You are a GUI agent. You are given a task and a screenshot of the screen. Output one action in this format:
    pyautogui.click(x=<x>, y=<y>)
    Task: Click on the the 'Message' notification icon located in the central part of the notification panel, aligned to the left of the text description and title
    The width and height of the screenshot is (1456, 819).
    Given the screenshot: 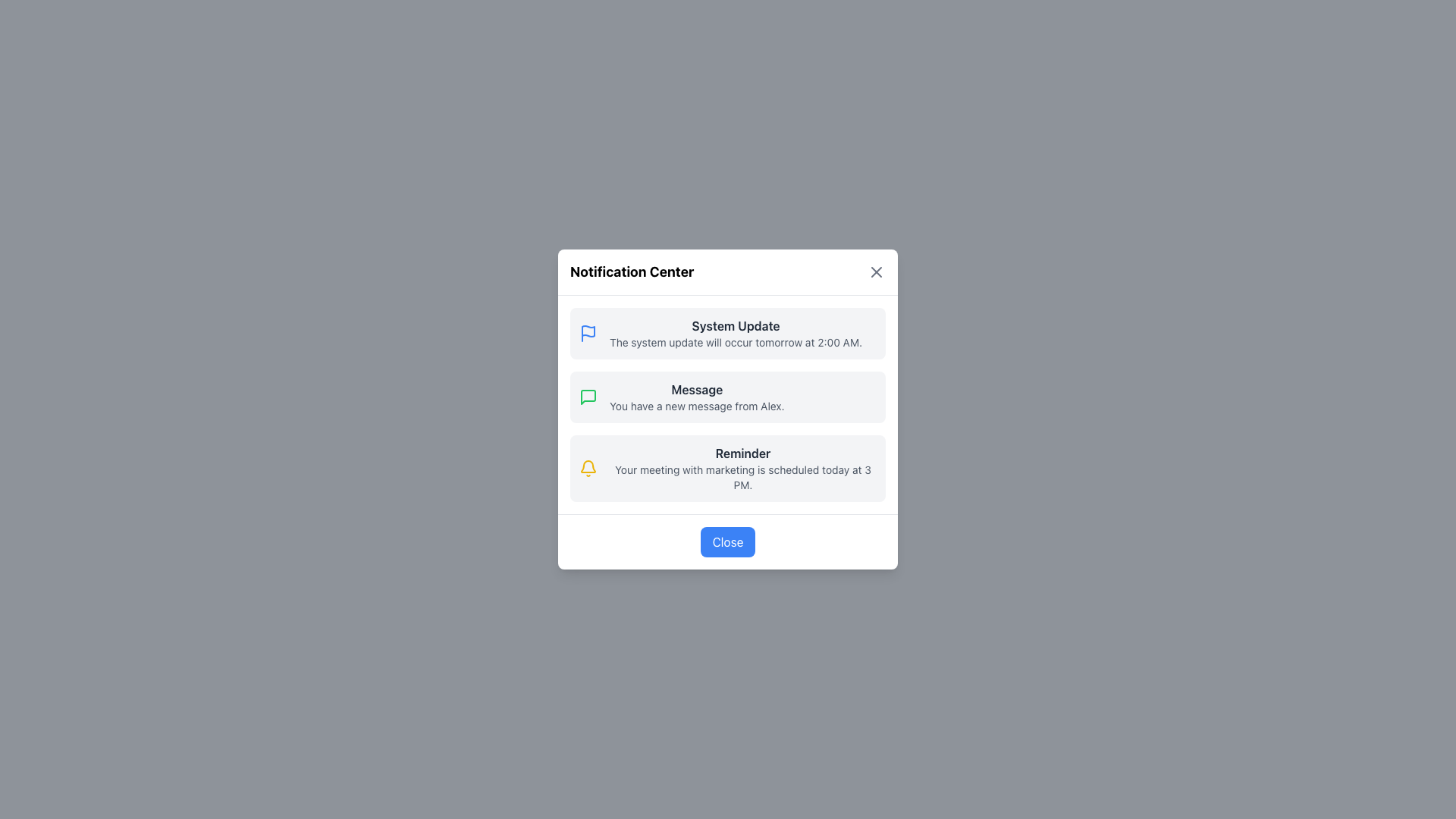 What is the action you would take?
    pyautogui.click(x=588, y=397)
    